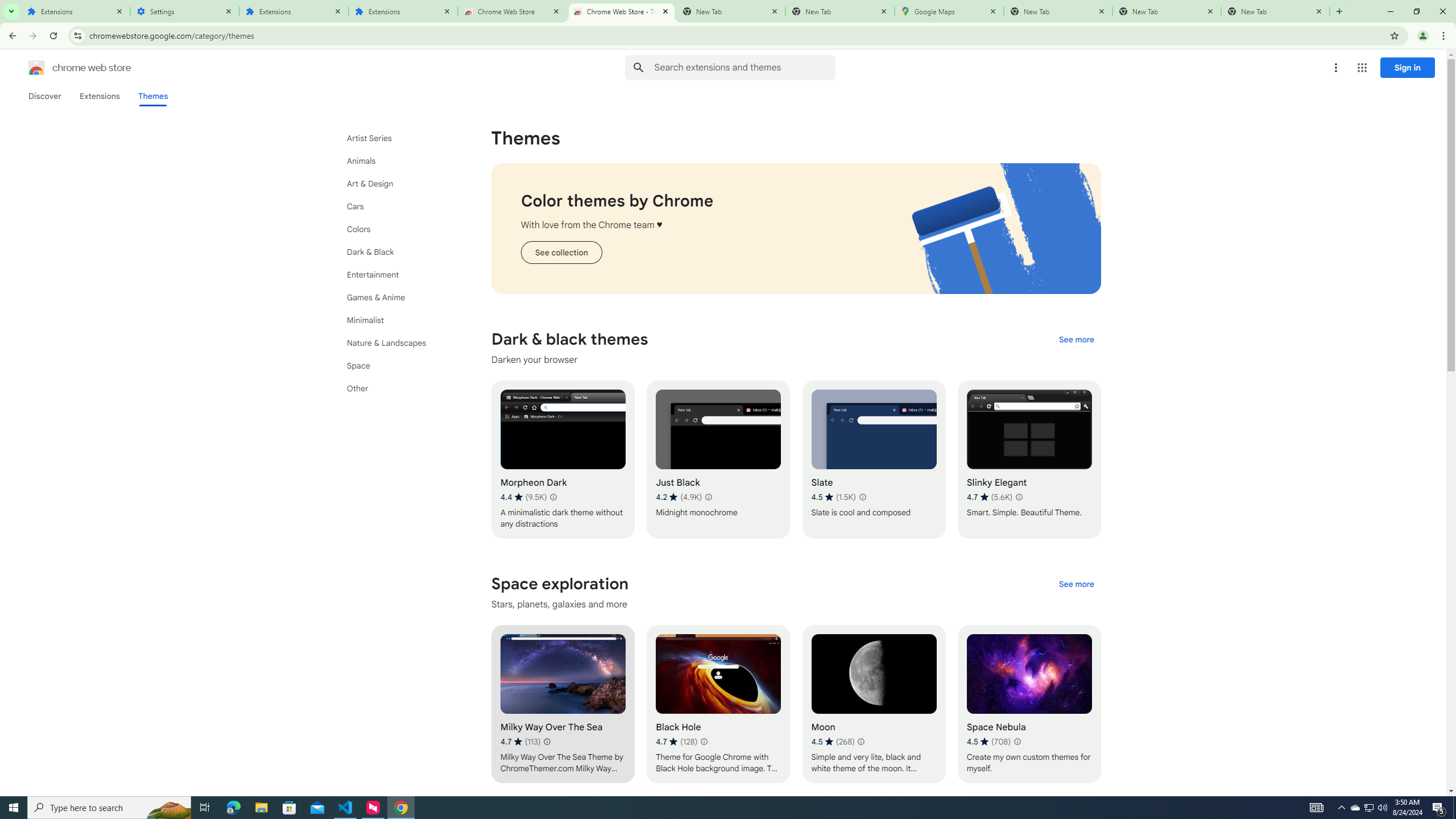  Describe the element at coordinates (561, 253) in the screenshot. I see `'See the "Color themes by Chrome" collection'` at that location.